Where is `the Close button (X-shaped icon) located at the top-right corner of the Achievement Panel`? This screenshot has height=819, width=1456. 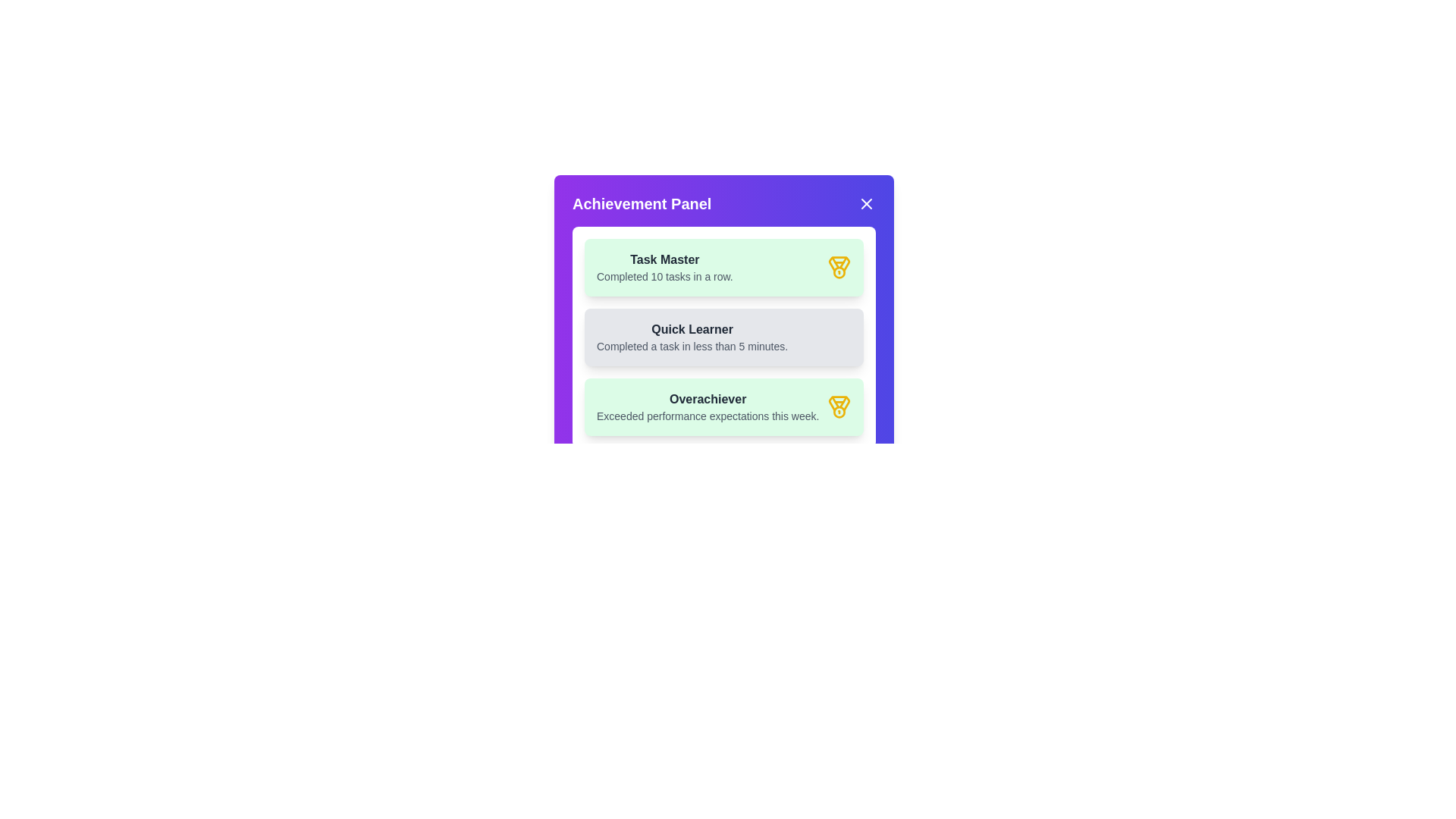
the Close button (X-shaped icon) located at the top-right corner of the Achievement Panel is located at coordinates (866, 203).